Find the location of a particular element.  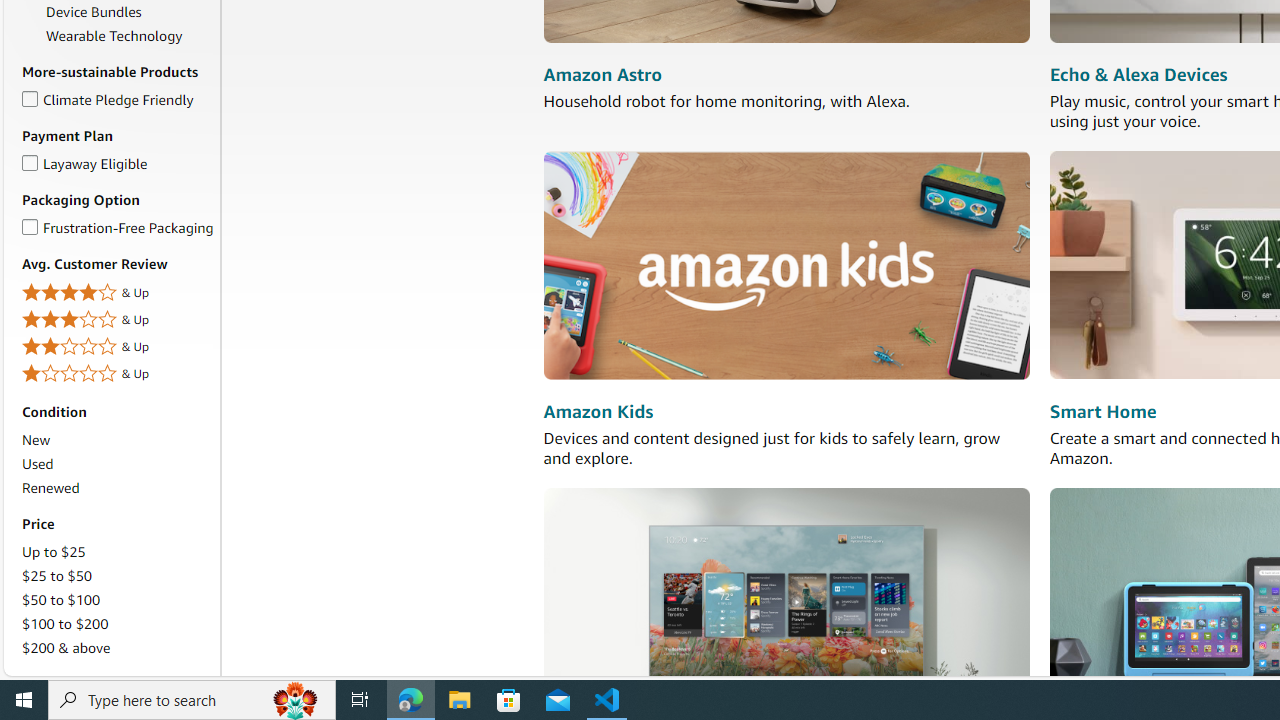

'Frustration-Free Packaging' is located at coordinates (30, 223).